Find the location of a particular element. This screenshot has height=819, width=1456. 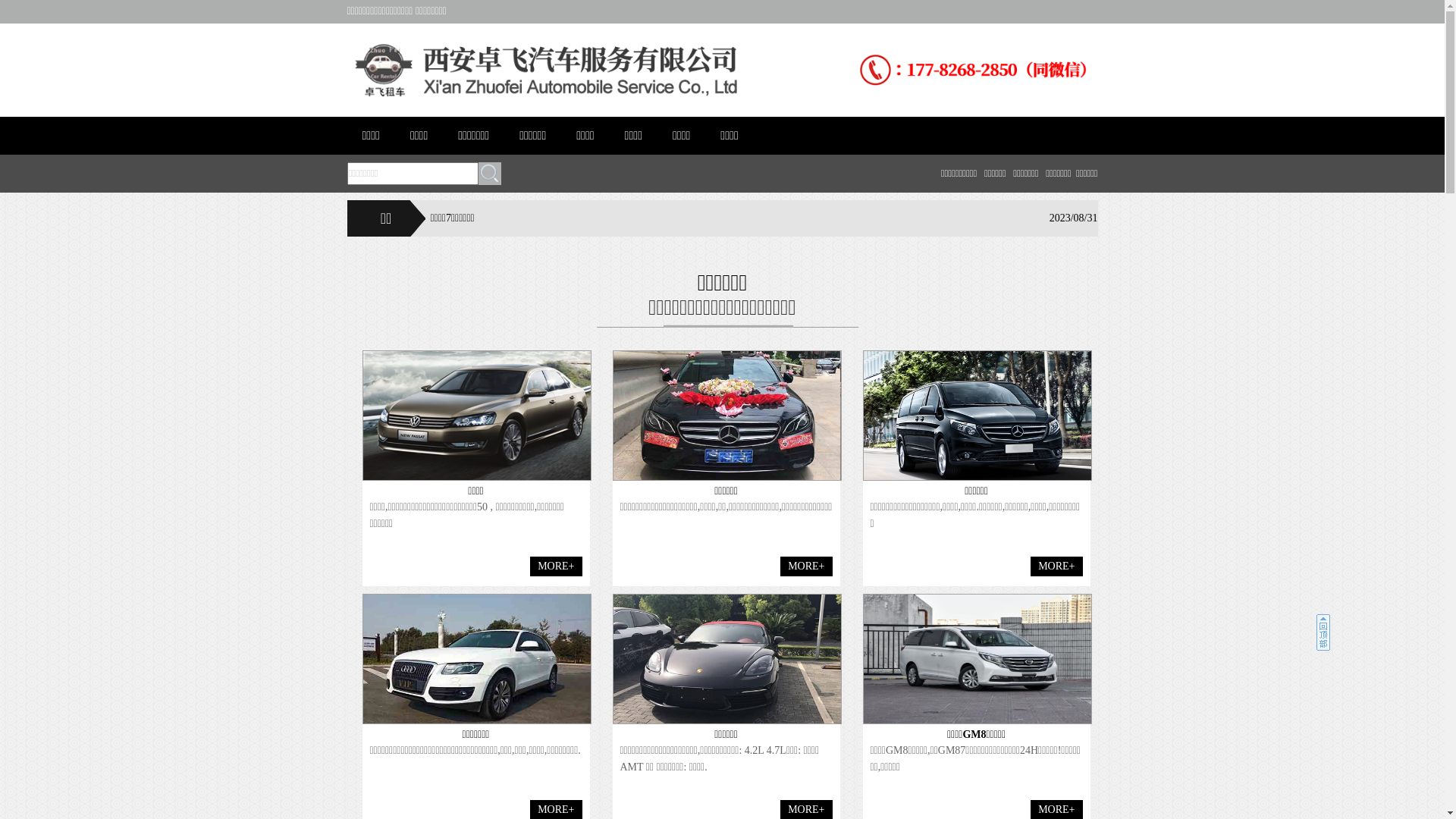

'MORE+' is located at coordinates (805, 566).